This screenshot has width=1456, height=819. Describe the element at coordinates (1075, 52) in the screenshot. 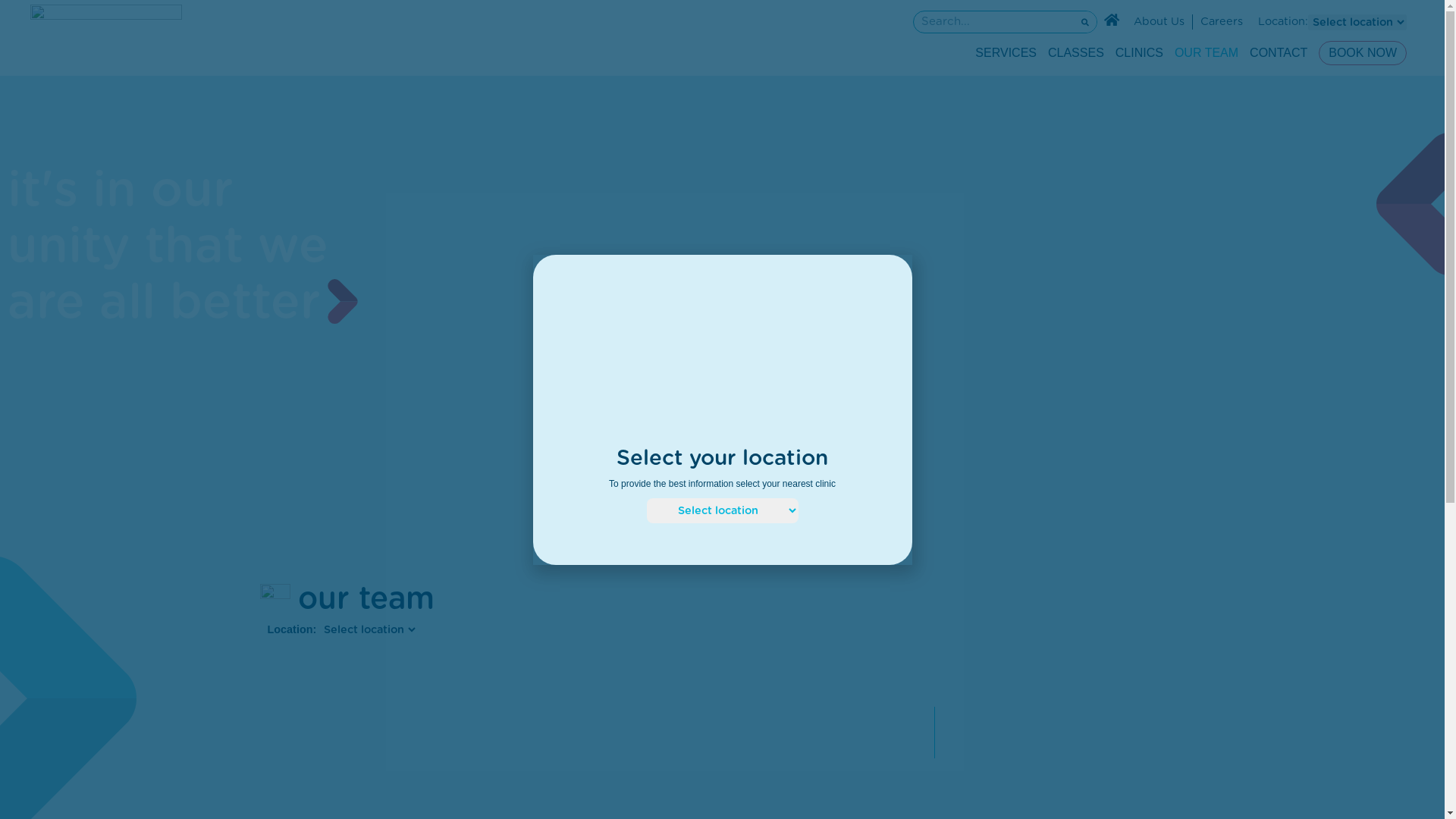

I see `'CLASSES'` at that location.